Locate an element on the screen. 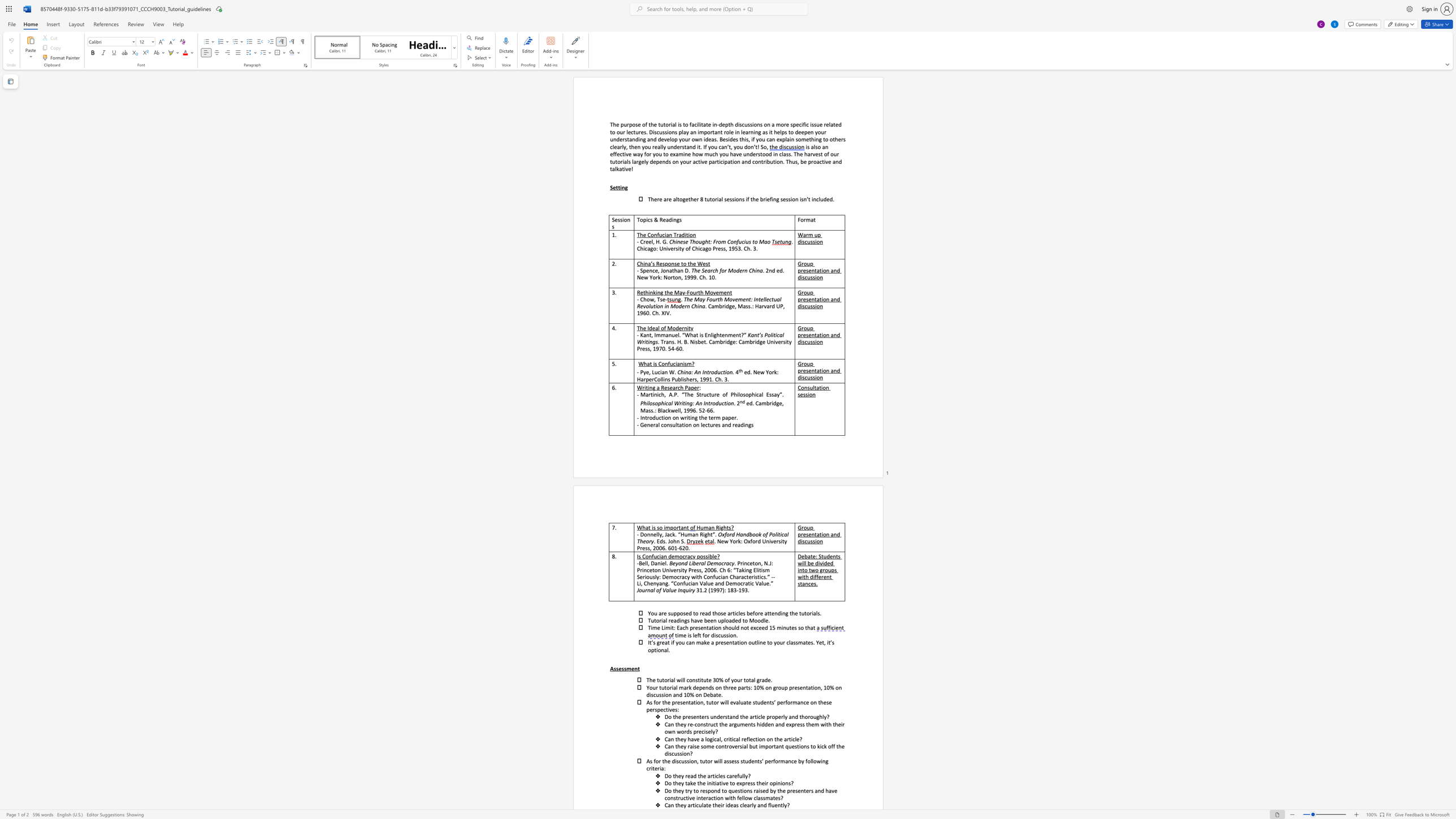 This screenshot has width=1456, height=819. the subset text "ughly?" within the text "Do the presenters understand the article properly and thoroughly?" is located at coordinates (813, 717).